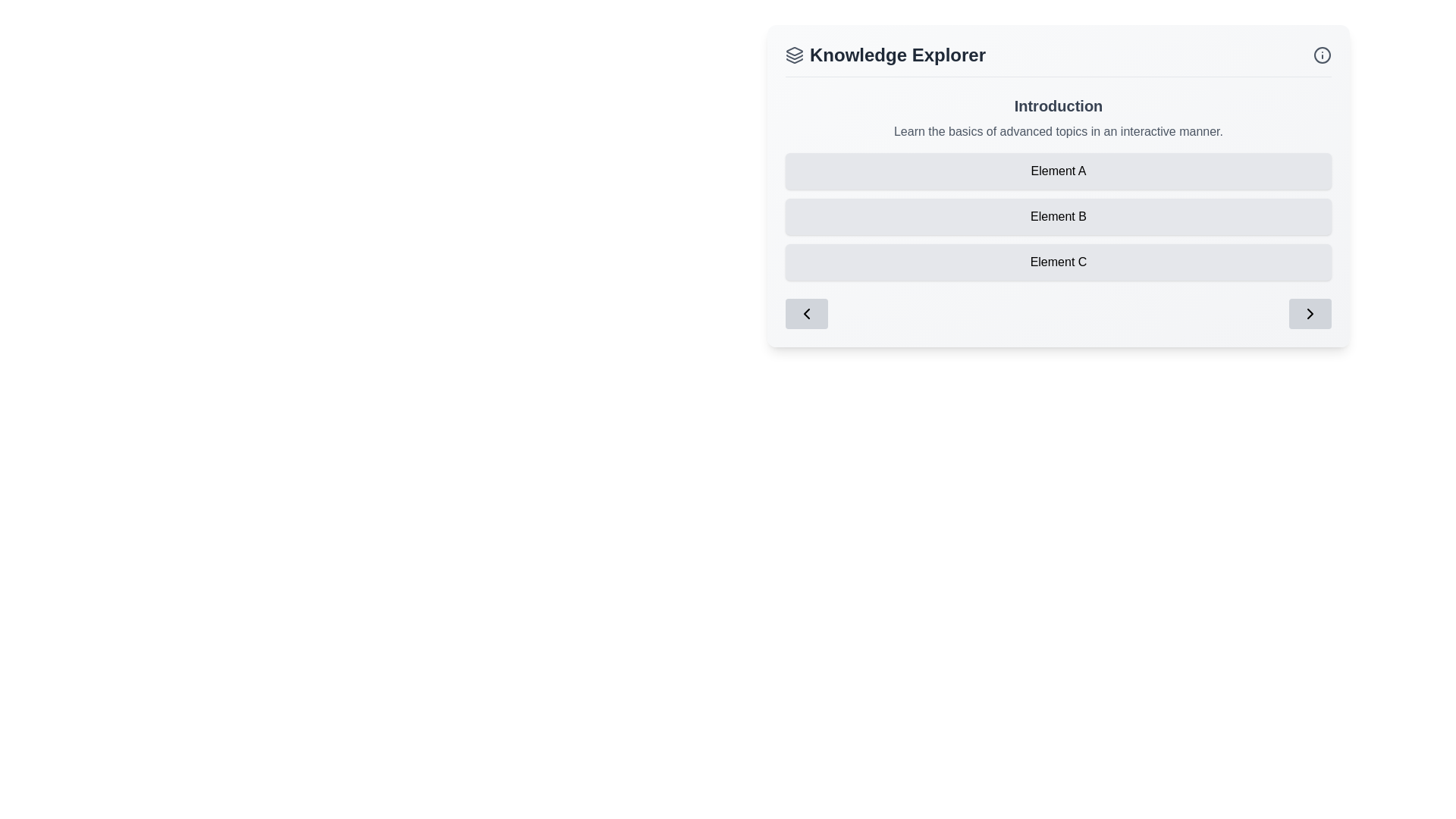 The height and width of the screenshot is (819, 1456). What do you see at coordinates (793, 55) in the screenshot?
I see `the small gray icon resembling a stack of layers located to the left of the title text 'Knowledge Explorer' in the top-left area of the UI card` at bounding box center [793, 55].